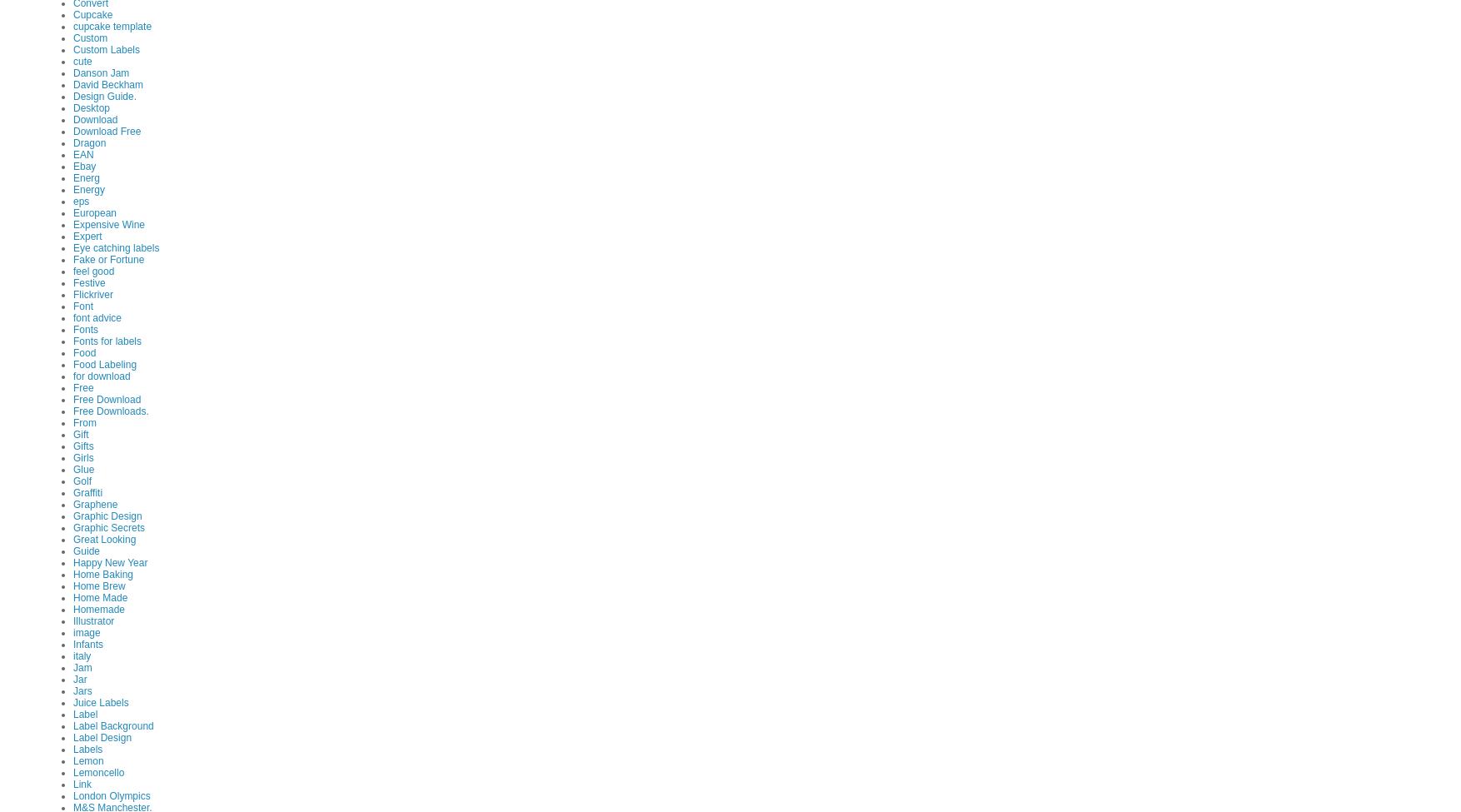  Describe the element at coordinates (97, 607) in the screenshot. I see `'Homemade'` at that location.